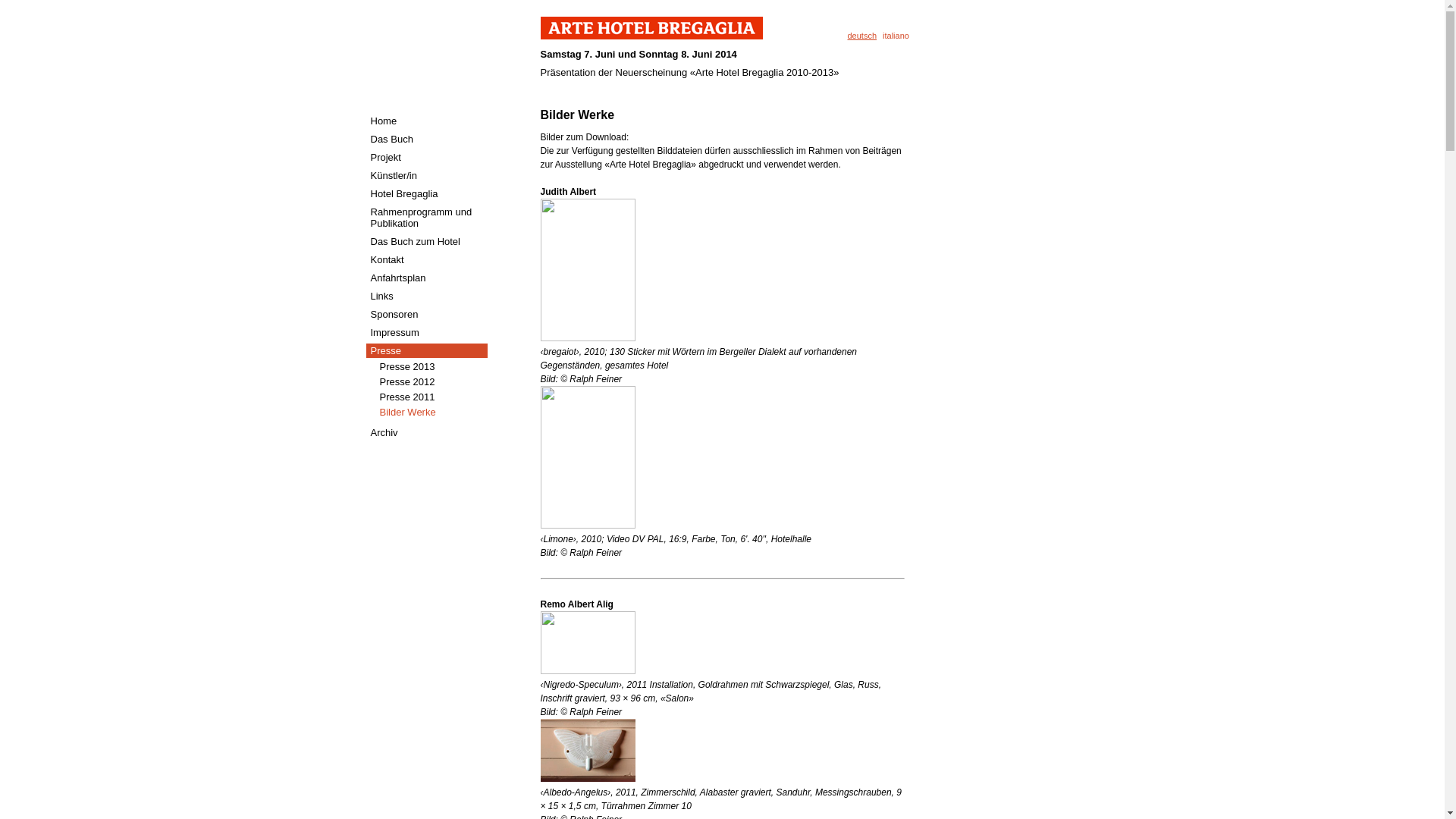  Describe the element at coordinates (365, 157) in the screenshot. I see `'Projekt'` at that location.